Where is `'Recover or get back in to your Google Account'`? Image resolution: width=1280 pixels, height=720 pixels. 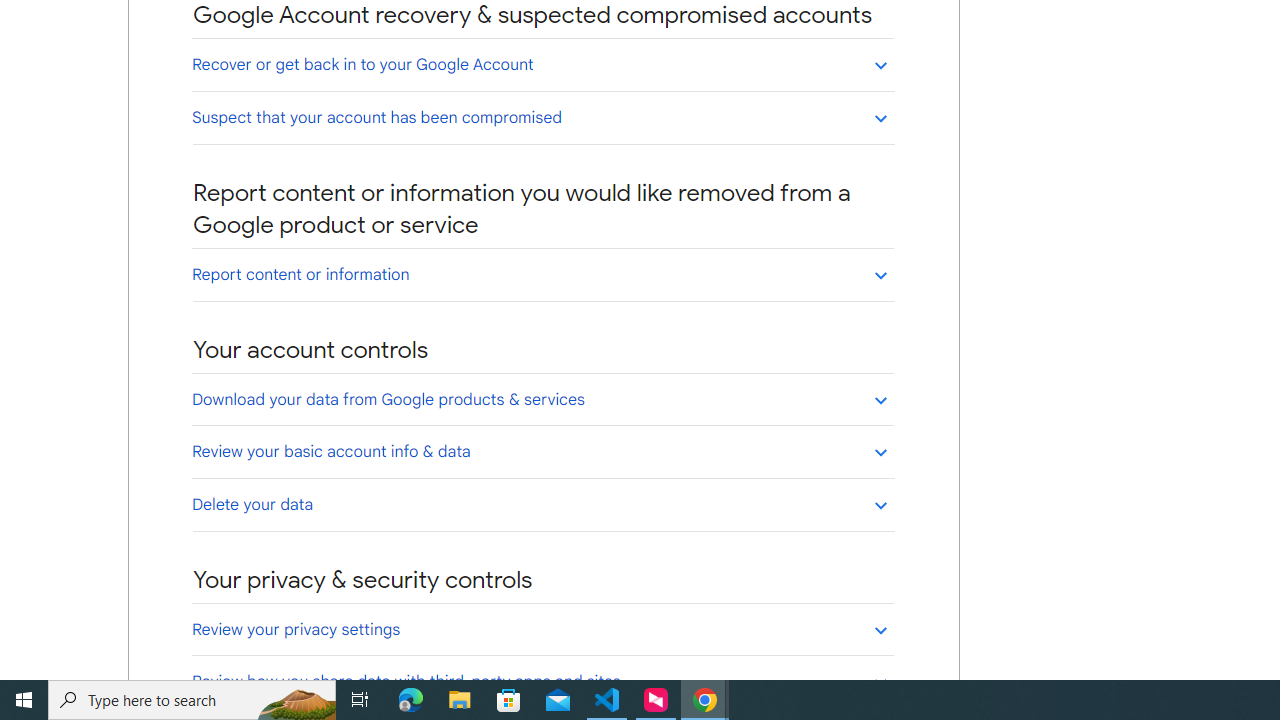
'Recover or get back in to your Google Account' is located at coordinates (542, 63).